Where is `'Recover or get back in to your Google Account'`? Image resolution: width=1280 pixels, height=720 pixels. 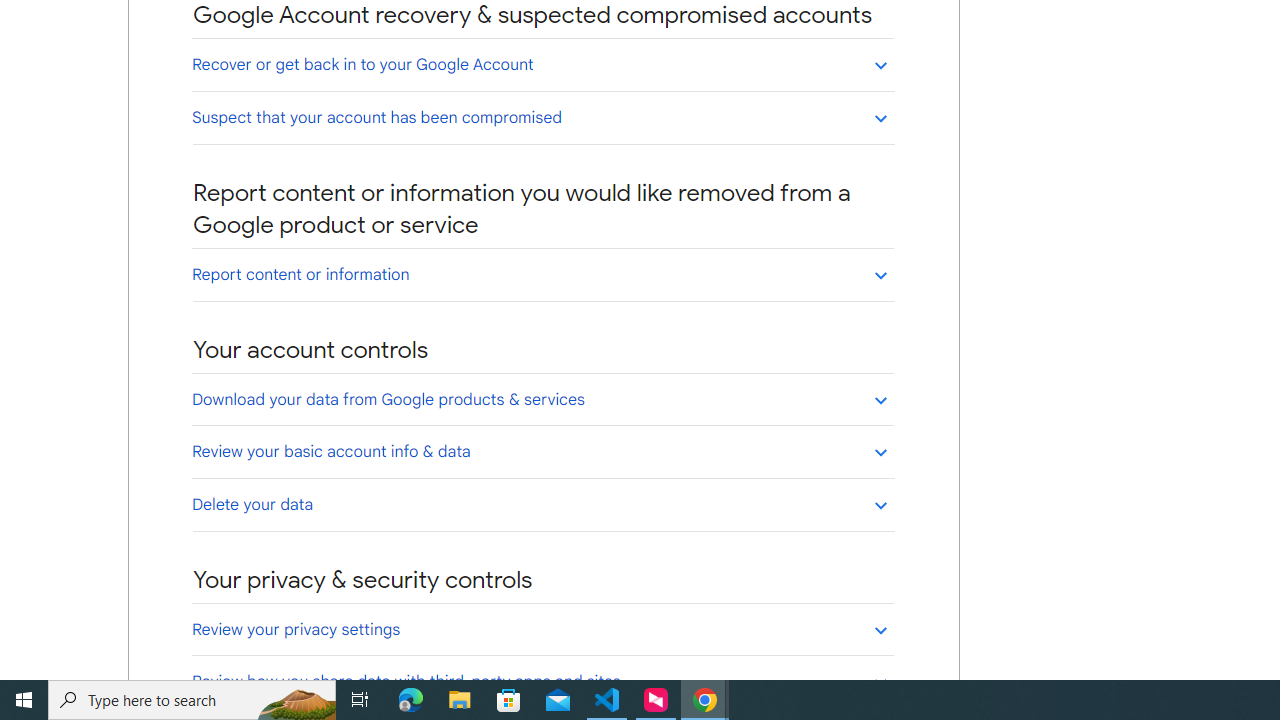
'Recover or get back in to your Google Account' is located at coordinates (542, 63).